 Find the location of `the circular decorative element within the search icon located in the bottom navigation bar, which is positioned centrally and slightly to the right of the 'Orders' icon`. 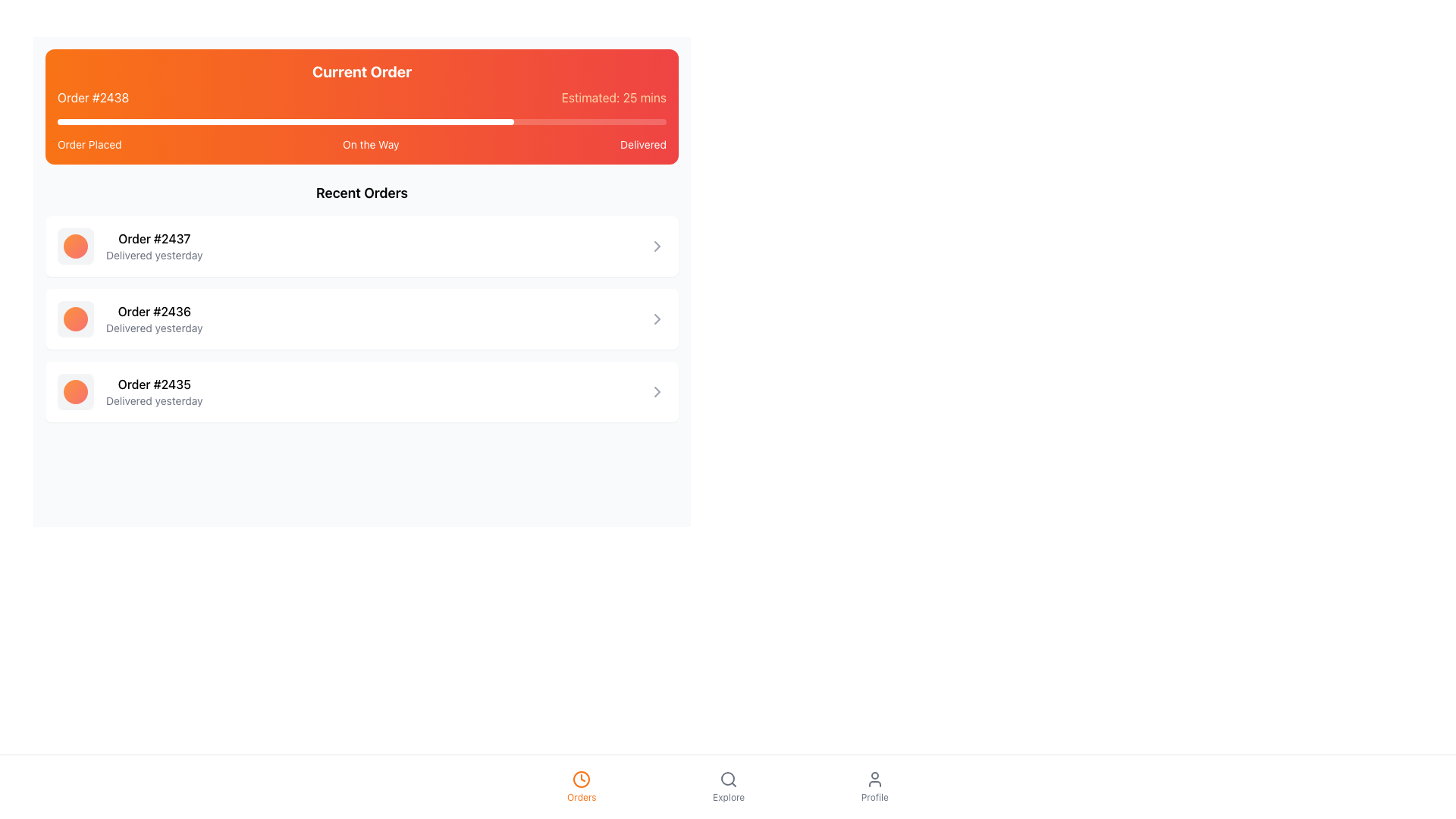

the circular decorative element within the search icon located in the bottom navigation bar, which is positioned centrally and slightly to the right of the 'Orders' icon is located at coordinates (728, 778).